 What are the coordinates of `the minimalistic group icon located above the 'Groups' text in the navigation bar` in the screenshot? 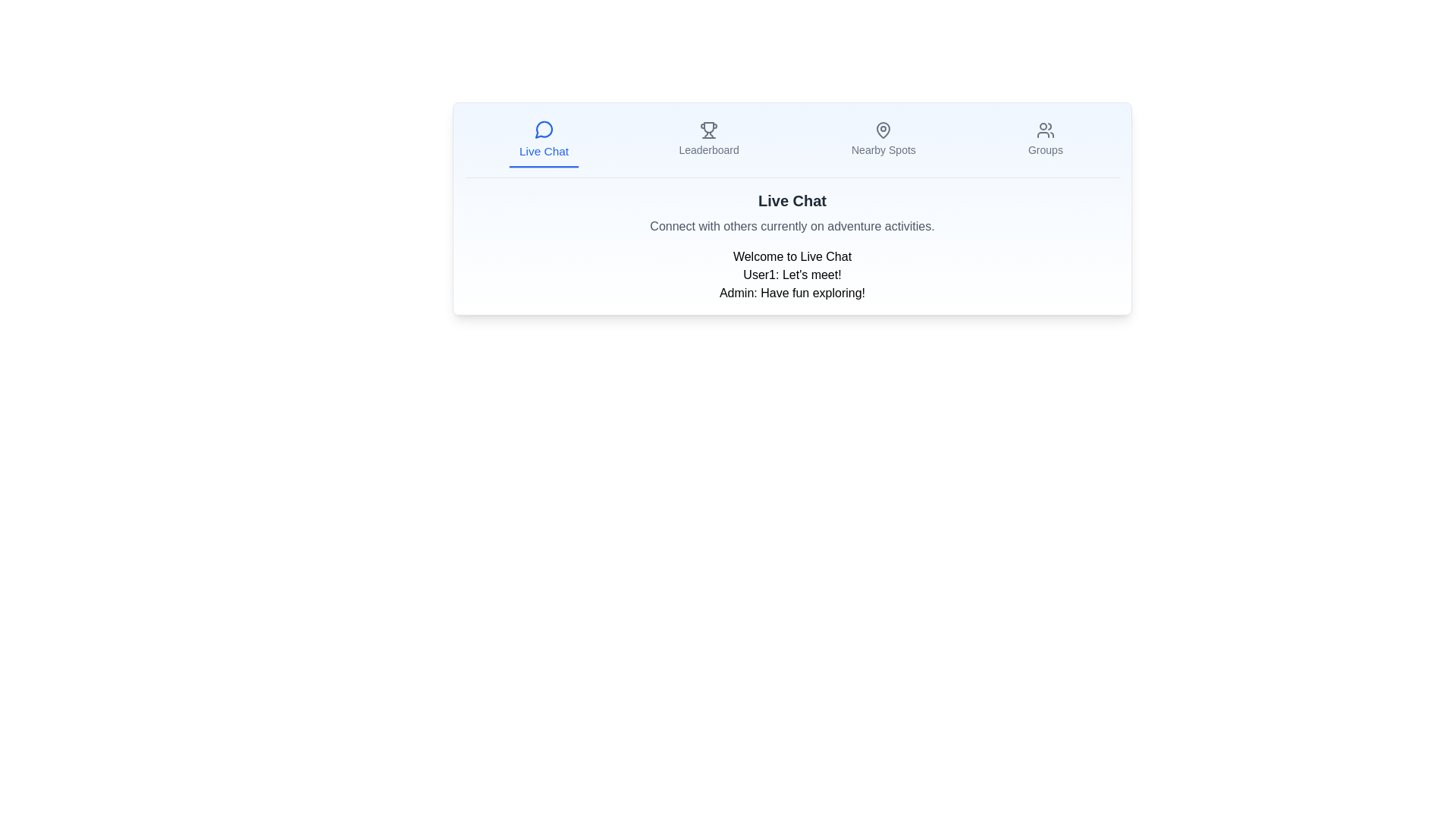 It's located at (1044, 130).